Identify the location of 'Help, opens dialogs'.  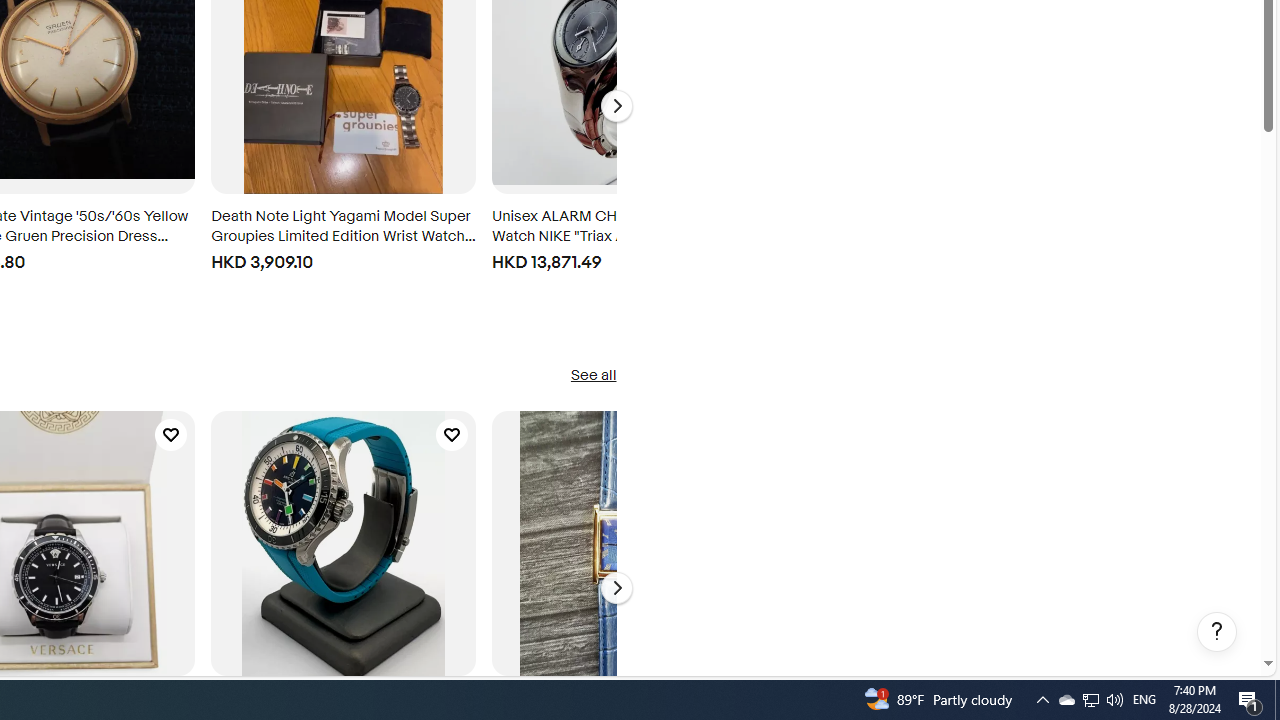
(1216, 632).